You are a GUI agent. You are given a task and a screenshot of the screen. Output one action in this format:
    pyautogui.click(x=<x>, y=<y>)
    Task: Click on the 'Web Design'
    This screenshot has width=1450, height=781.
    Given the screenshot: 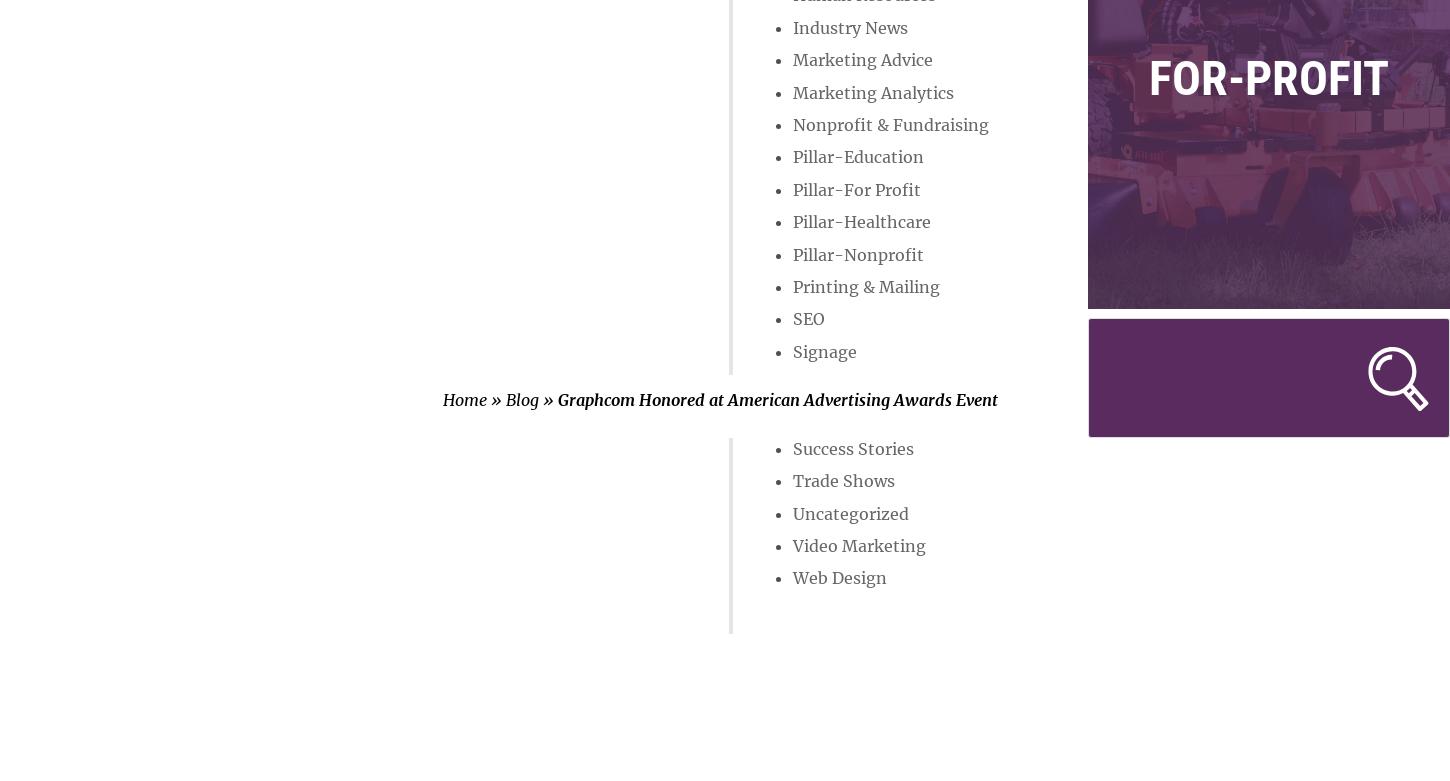 What is the action you would take?
    pyautogui.click(x=838, y=578)
    